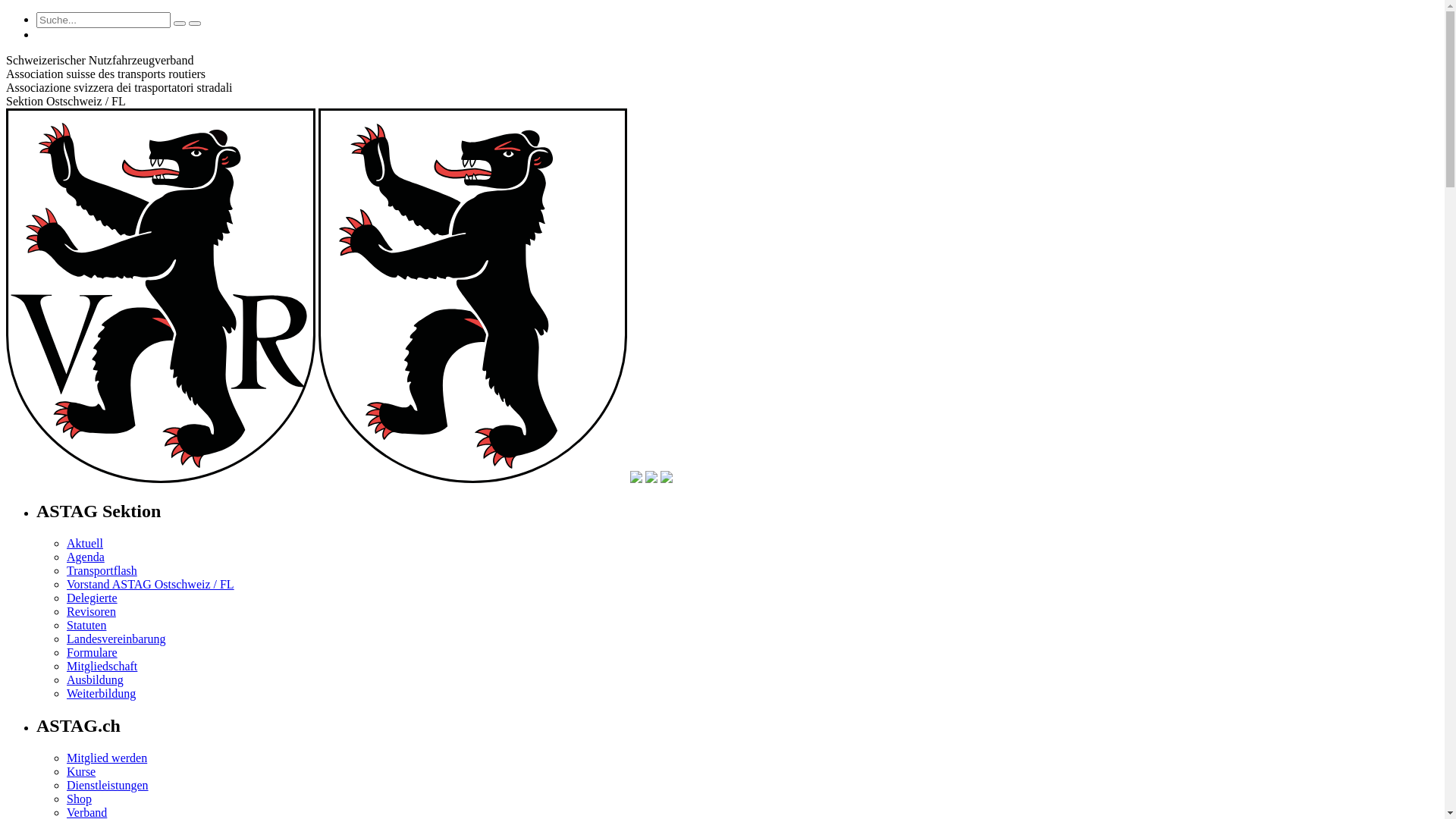  What do you see at coordinates (107, 785) in the screenshot?
I see `'Dienstleistungen'` at bounding box center [107, 785].